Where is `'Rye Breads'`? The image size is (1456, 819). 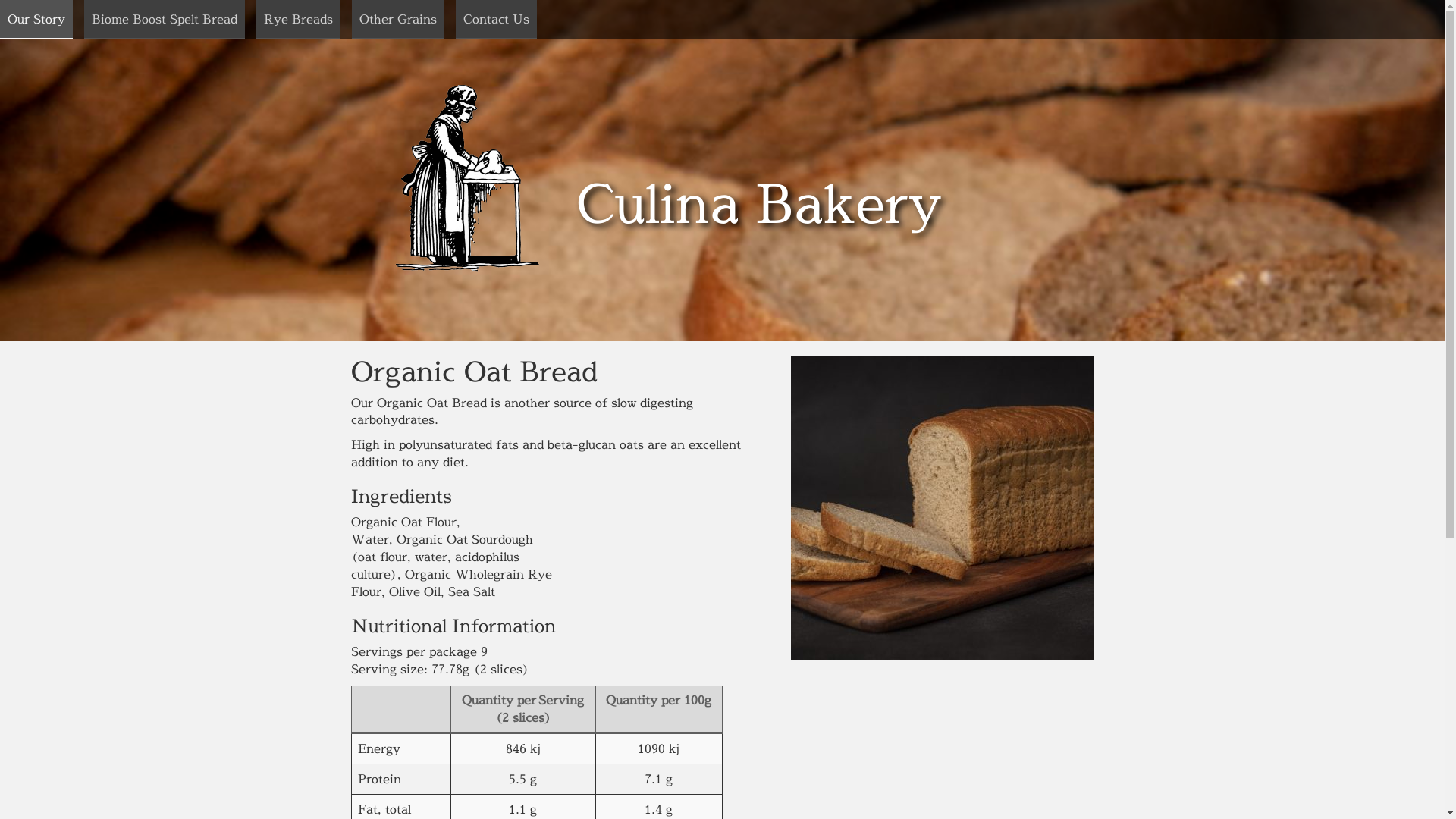
'Rye Breads' is located at coordinates (298, 19).